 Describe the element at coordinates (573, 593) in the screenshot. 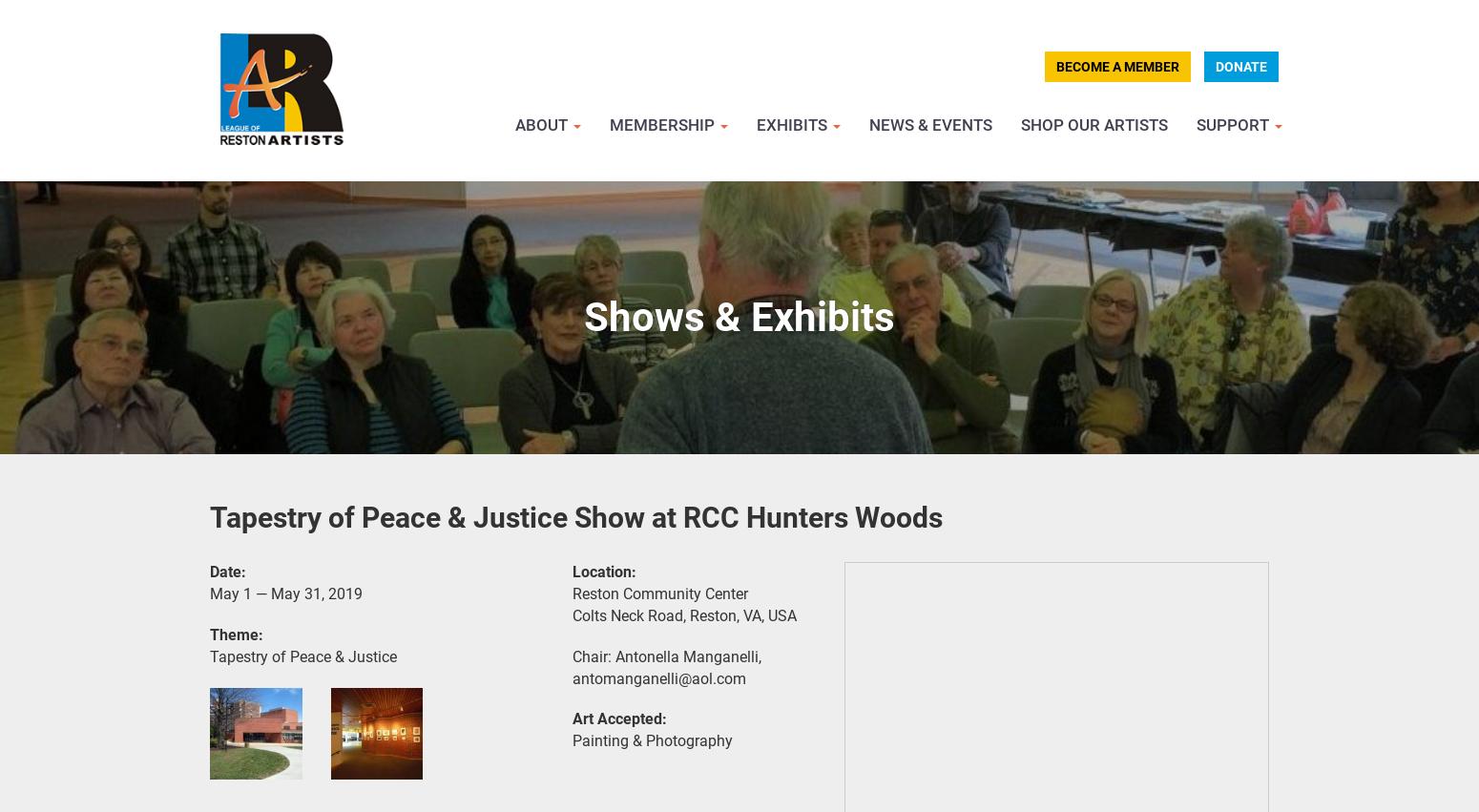

I see `'Reston Community Center'` at that location.